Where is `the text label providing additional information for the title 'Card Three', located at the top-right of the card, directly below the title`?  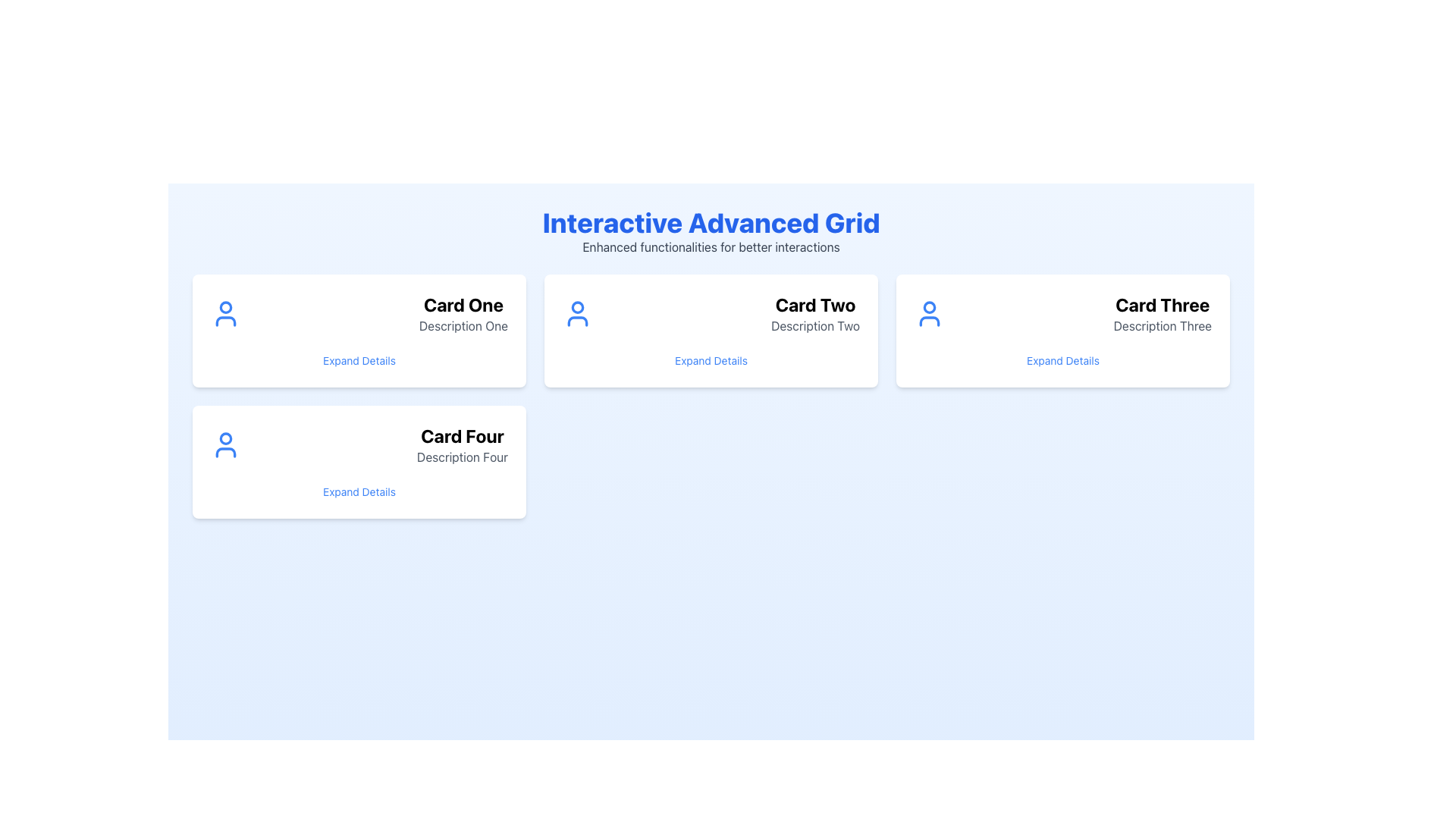 the text label providing additional information for the title 'Card Three', located at the top-right of the card, directly below the title is located at coordinates (1162, 325).